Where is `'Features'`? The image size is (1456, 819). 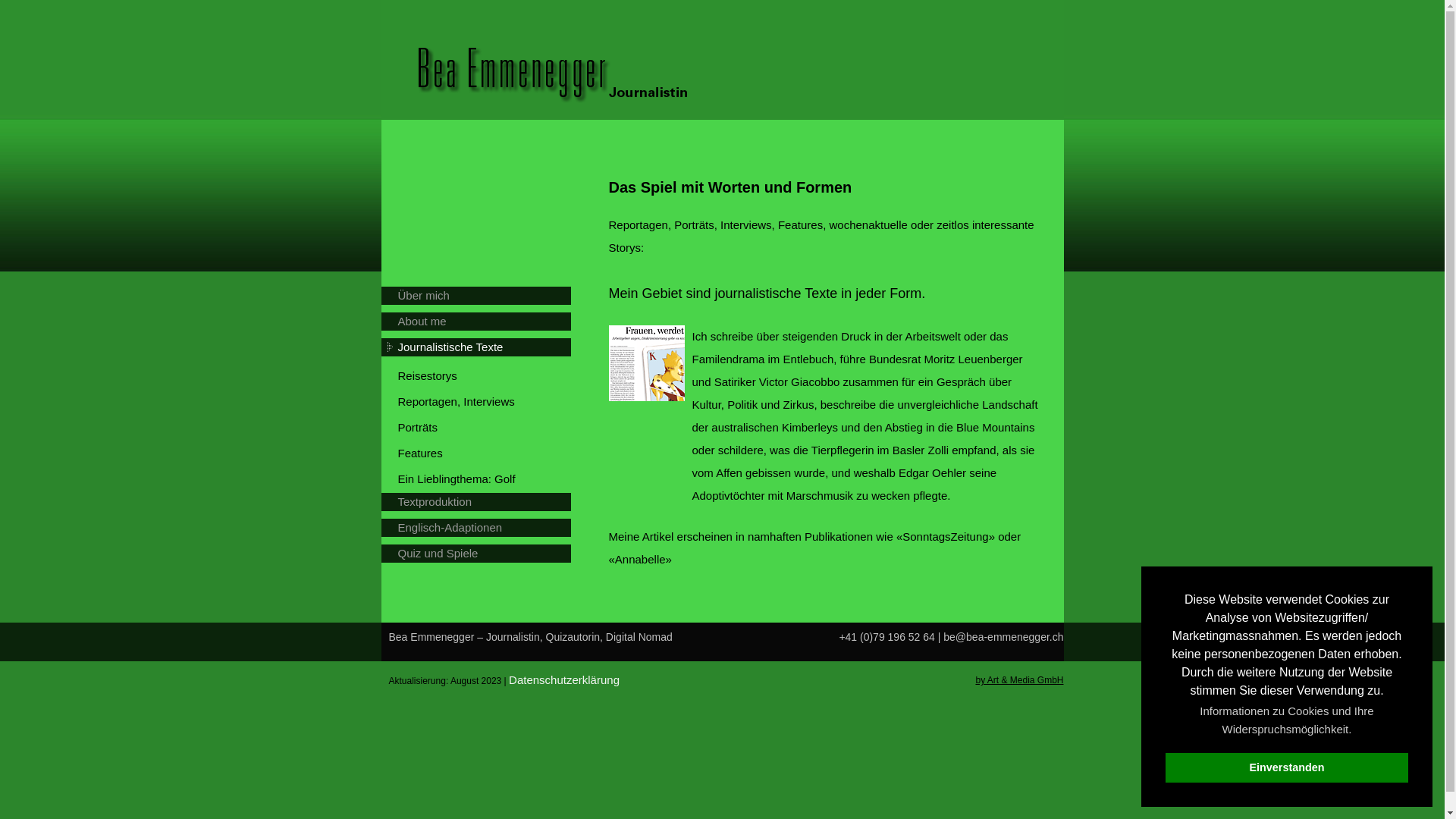
'Features' is located at coordinates (483, 452).